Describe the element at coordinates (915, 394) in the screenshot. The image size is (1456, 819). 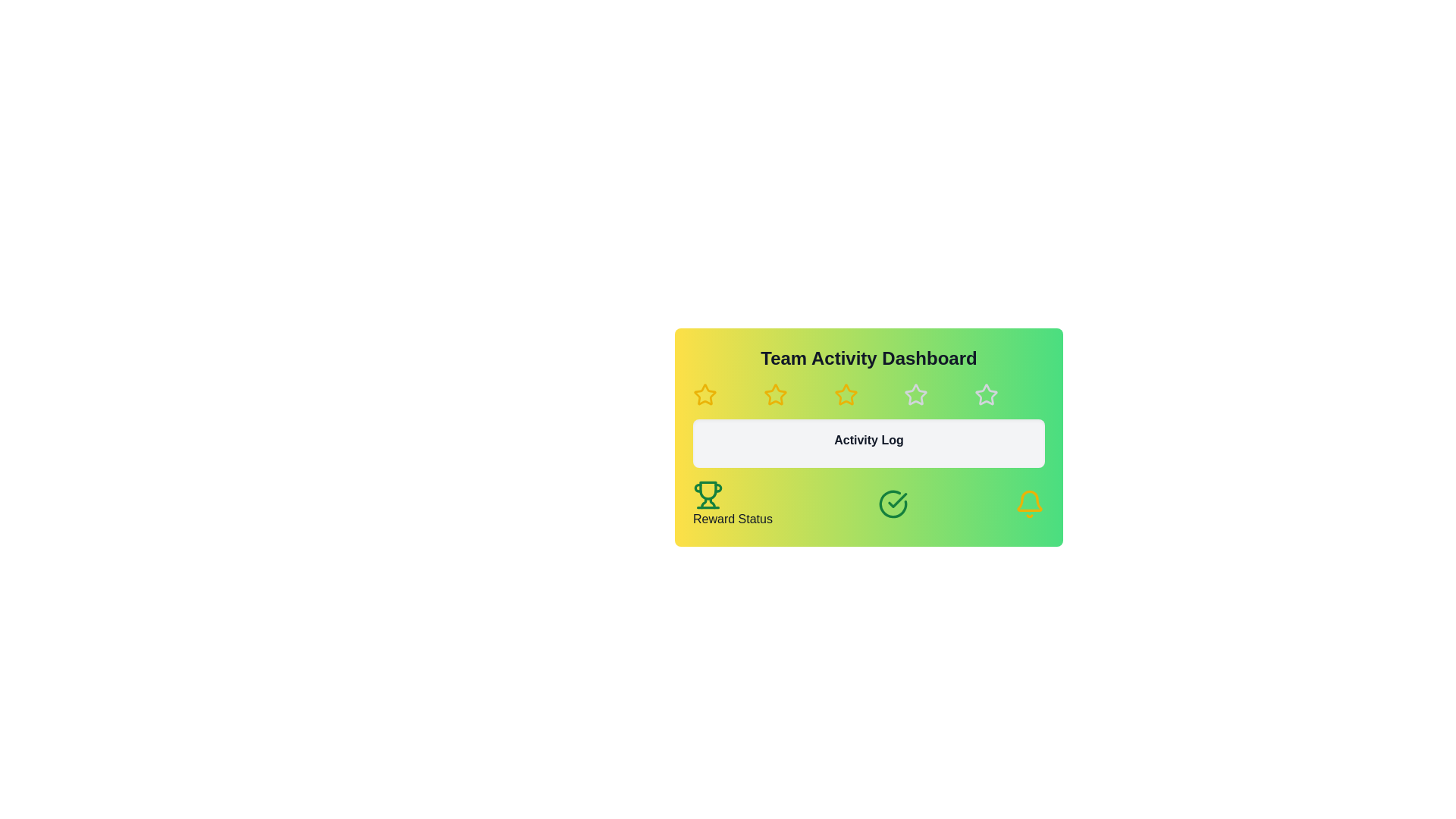
I see `the fourth star-shaped icon with a light green tint and white outline` at that location.